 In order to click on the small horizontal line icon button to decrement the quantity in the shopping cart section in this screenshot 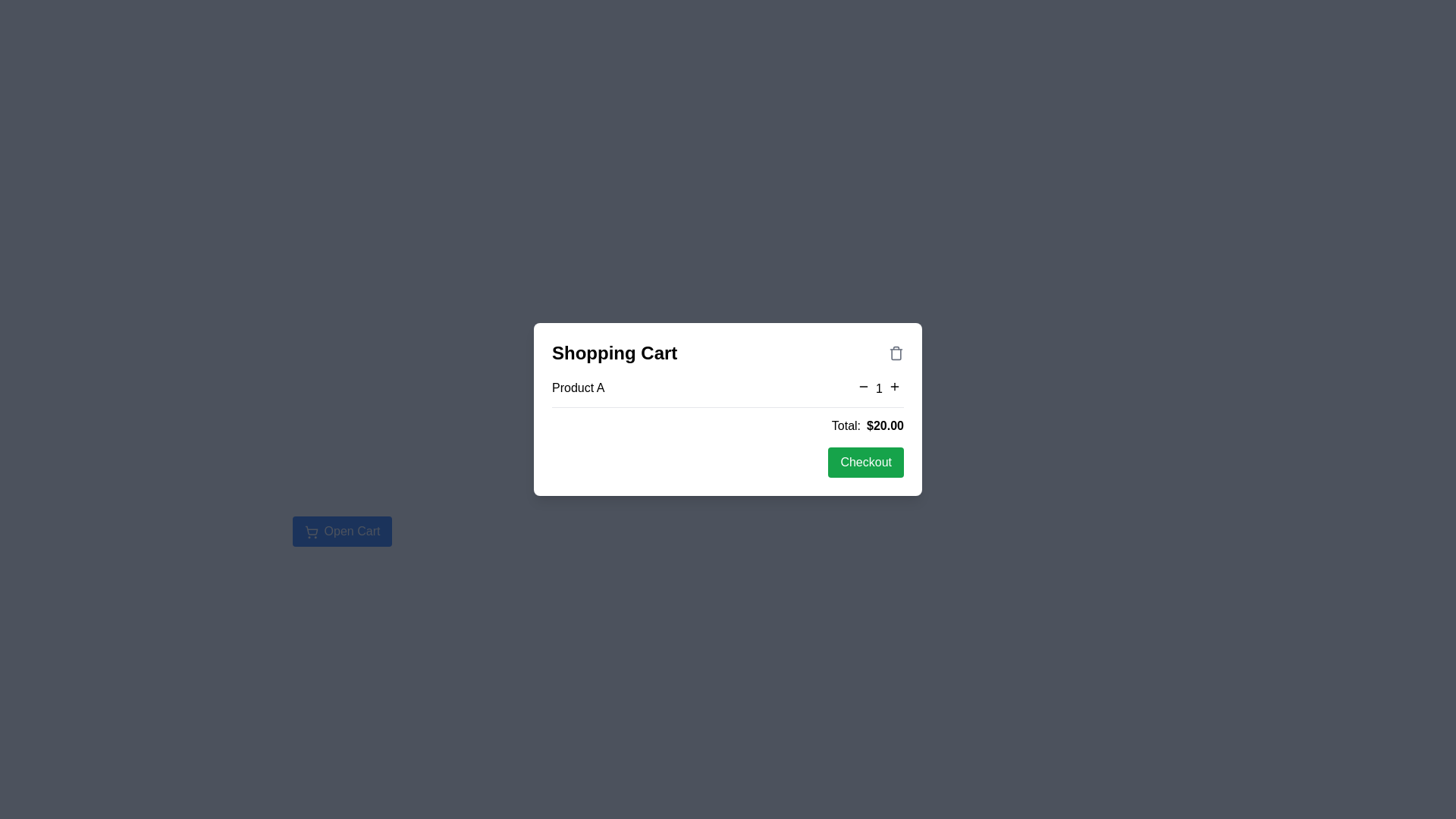, I will do `click(864, 385)`.